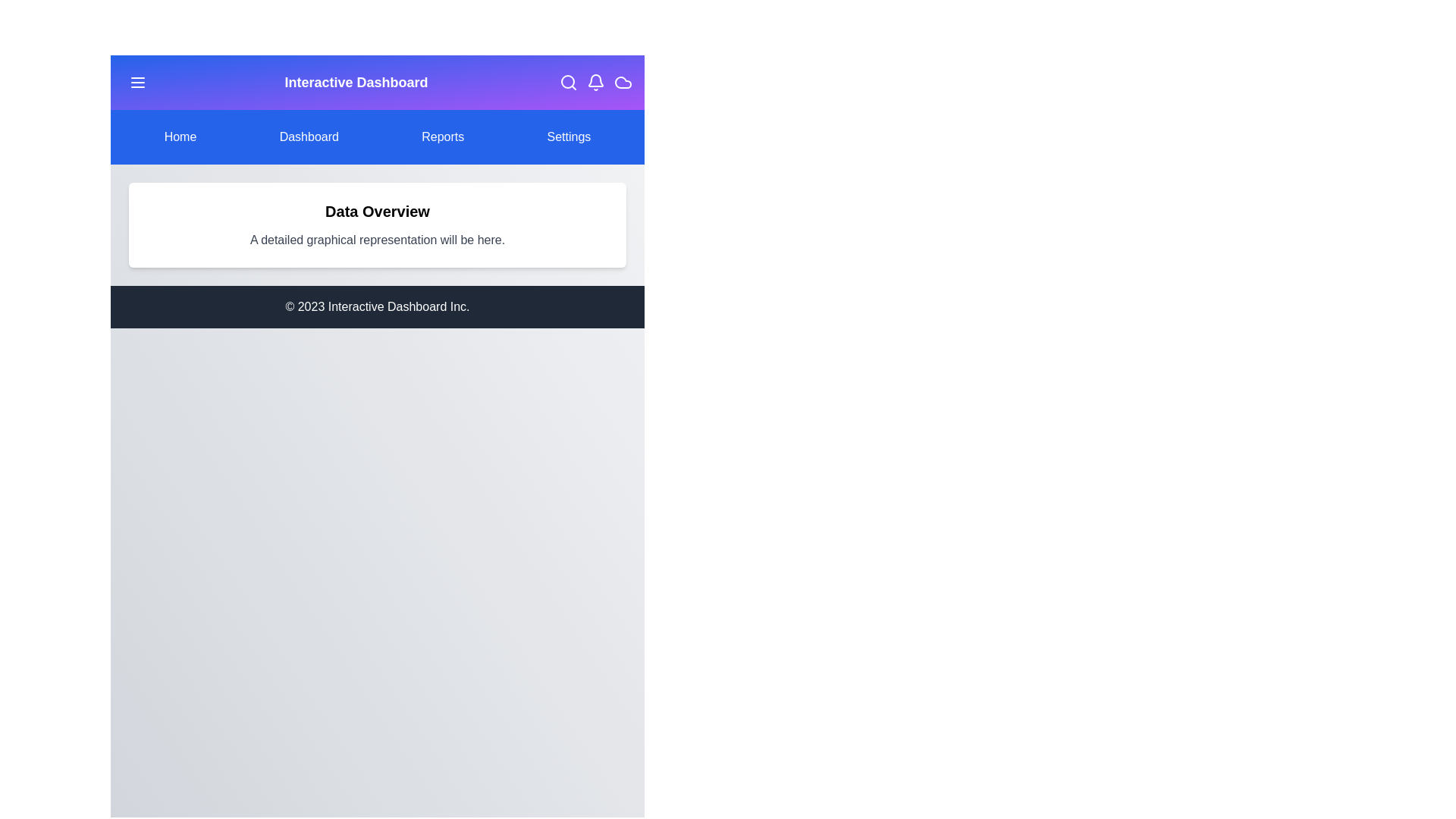 The image size is (1456, 819). I want to click on the menu item Reports to navigate to the corresponding section, so click(442, 137).